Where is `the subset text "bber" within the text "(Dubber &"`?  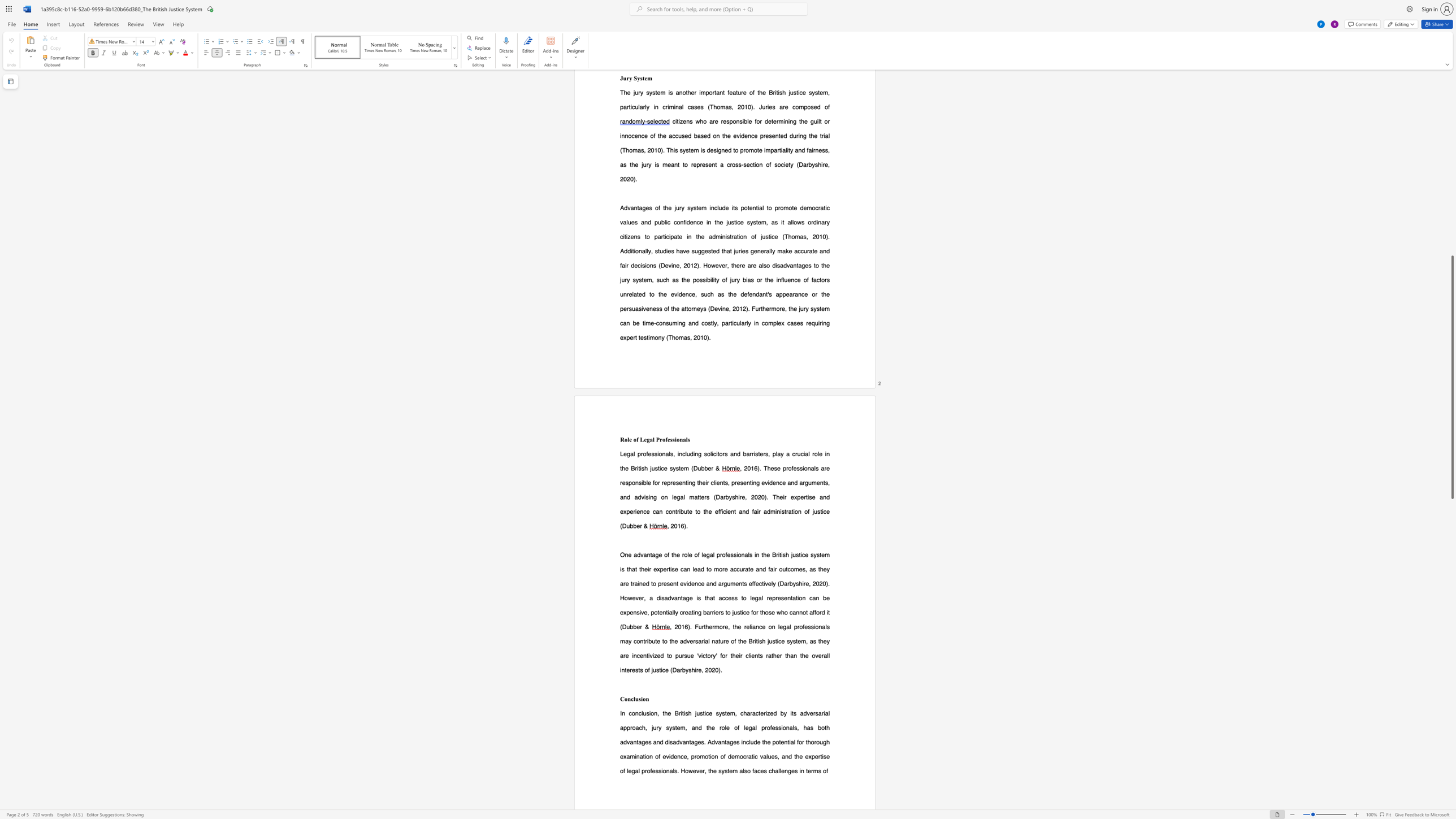
the subset text "bber" within the text "(Dubber &" is located at coordinates (630, 626).